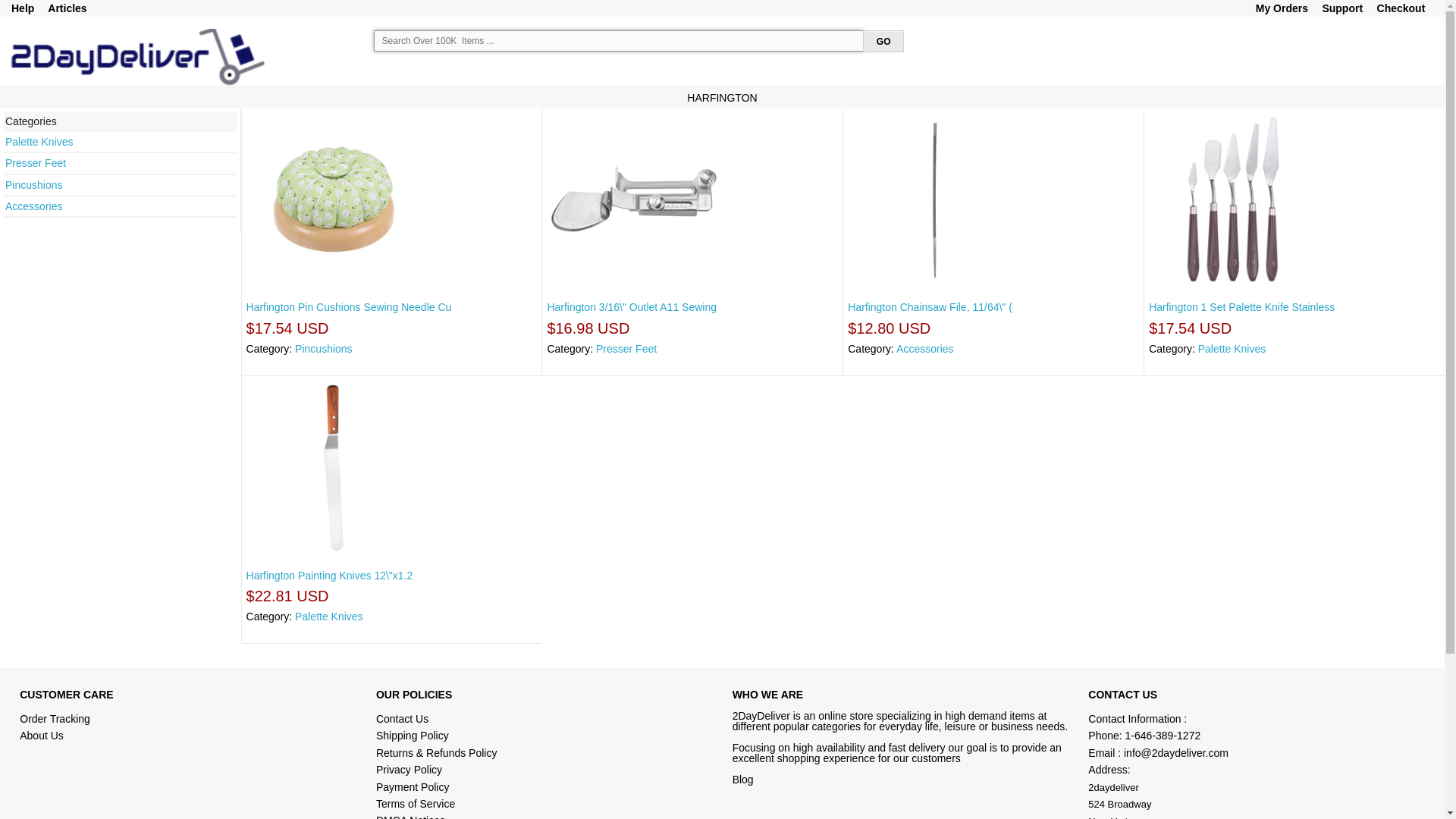 The height and width of the screenshot is (819, 1456). What do you see at coordinates (323, 348) in the screenshot?
I see `'Pincushions'` at bounding box center [323, 348].